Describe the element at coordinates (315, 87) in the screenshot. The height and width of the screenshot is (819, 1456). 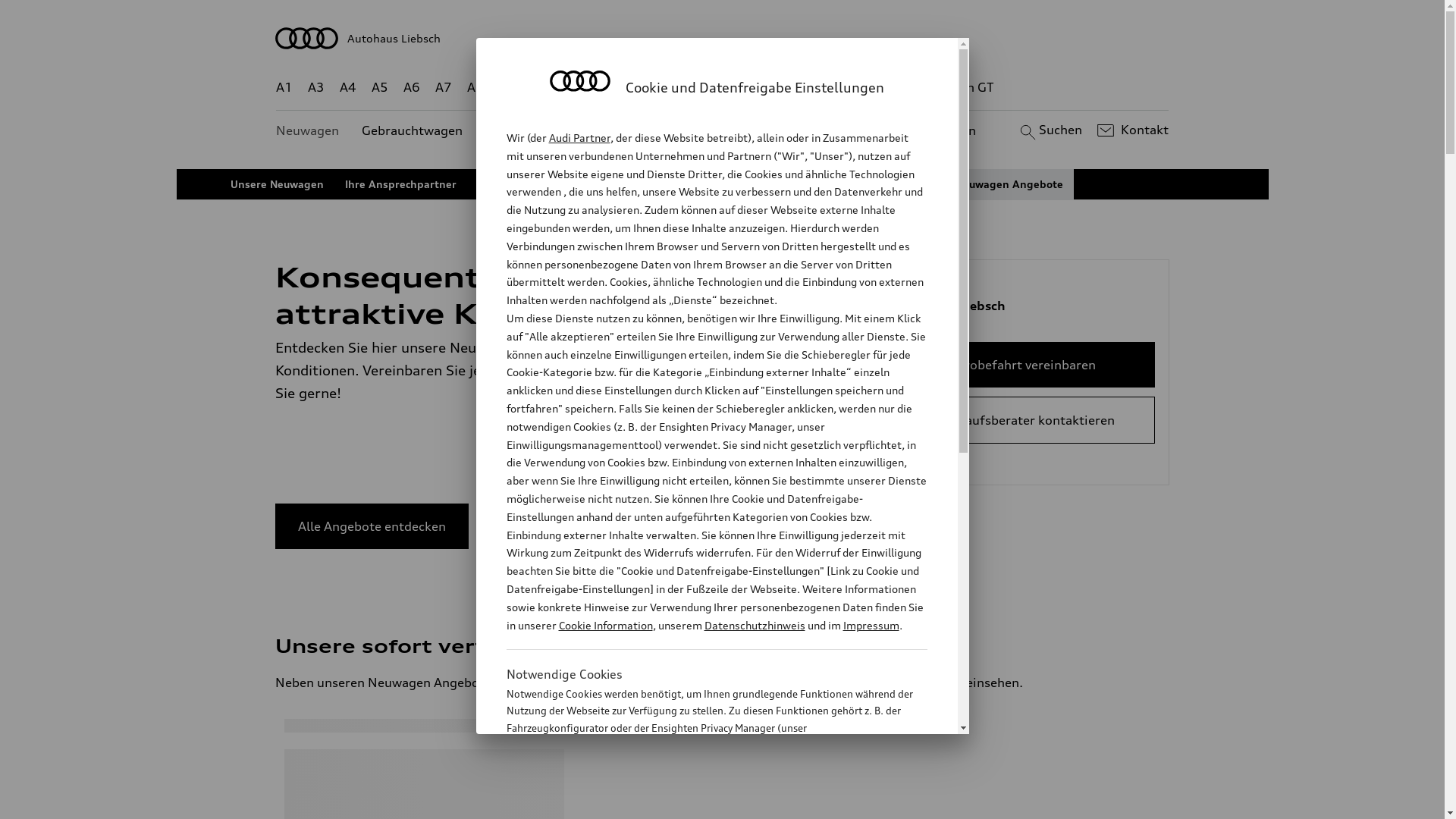
I see `'A3'` at that location.